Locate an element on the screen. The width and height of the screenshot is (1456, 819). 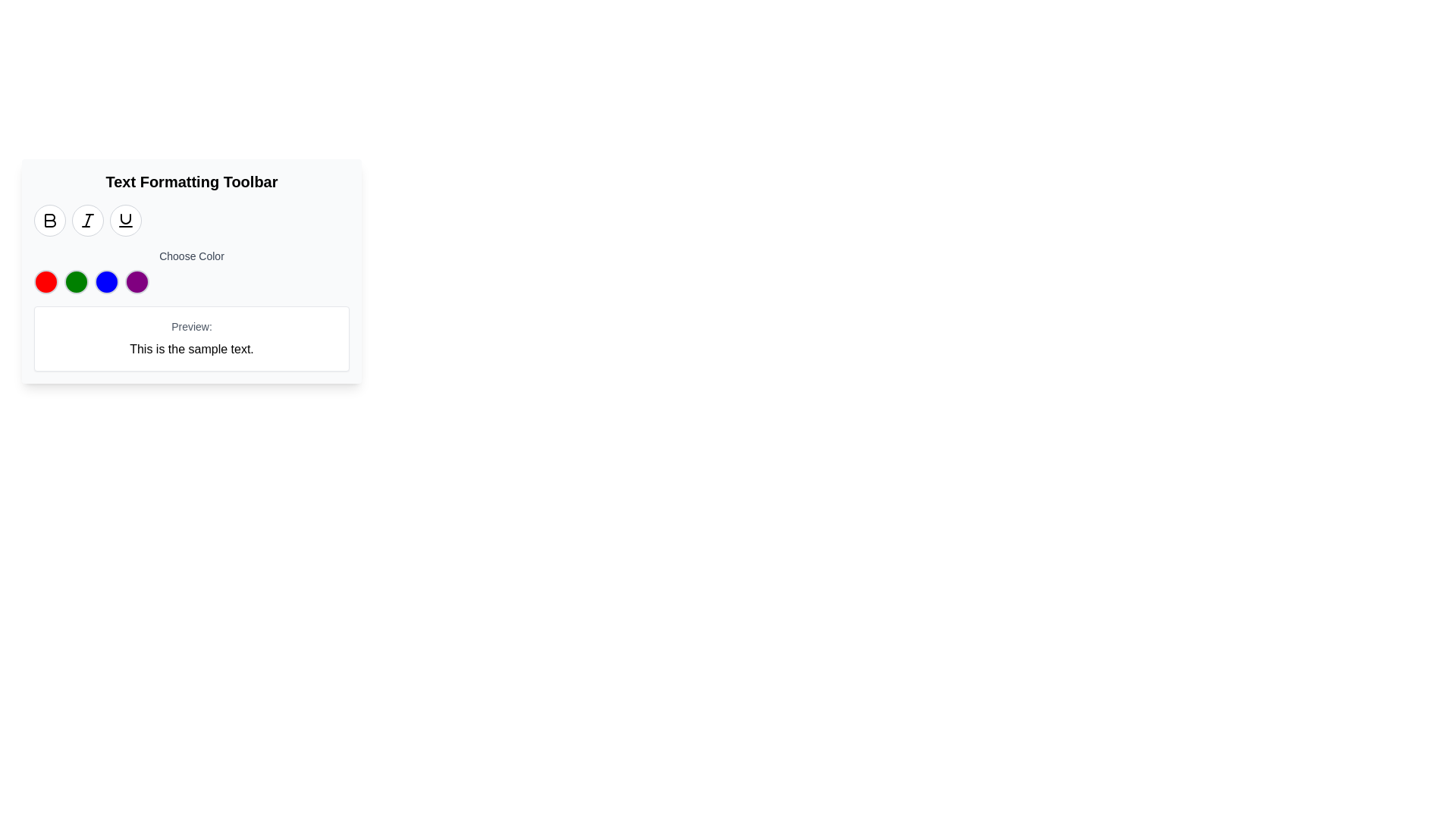
the underlining button, which is the third button in the row of formatting options in the text editor, to observe visual feedback is located at coordinates (126, 220).